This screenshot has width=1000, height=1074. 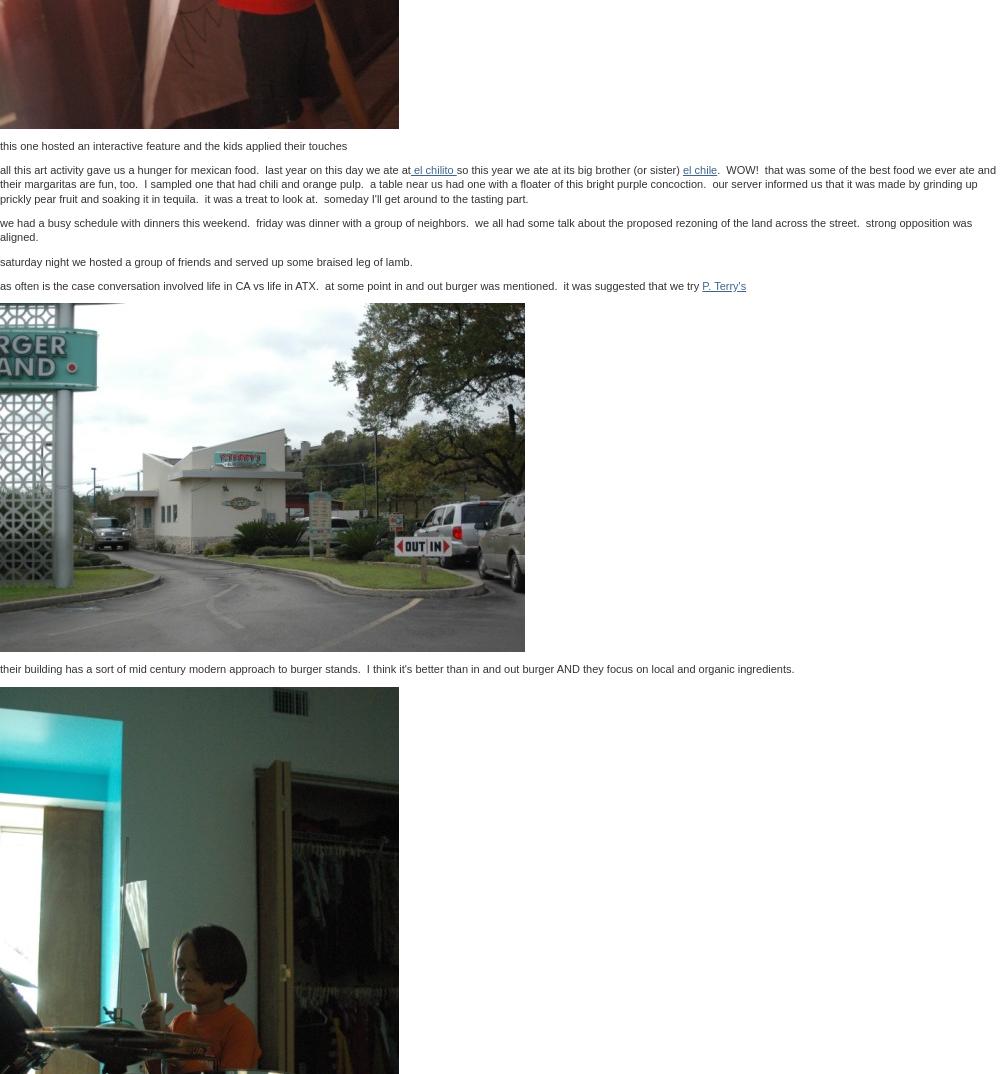 I want to click on 'el chilito', so click(x=433, y=170).